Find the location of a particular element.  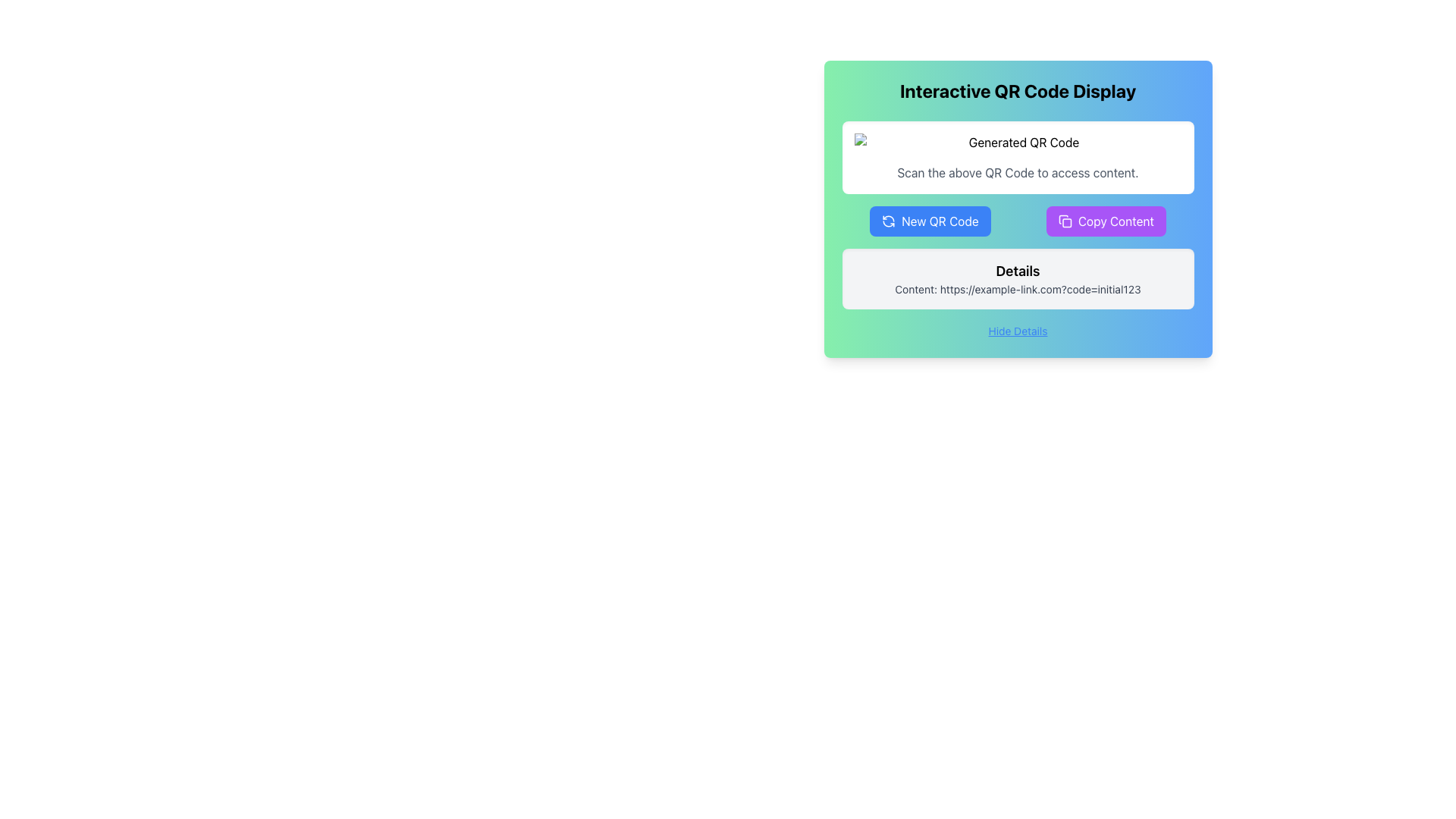

the instructional Text Label that guides users to scan the QR code above is located at coordinates (1018, 171).